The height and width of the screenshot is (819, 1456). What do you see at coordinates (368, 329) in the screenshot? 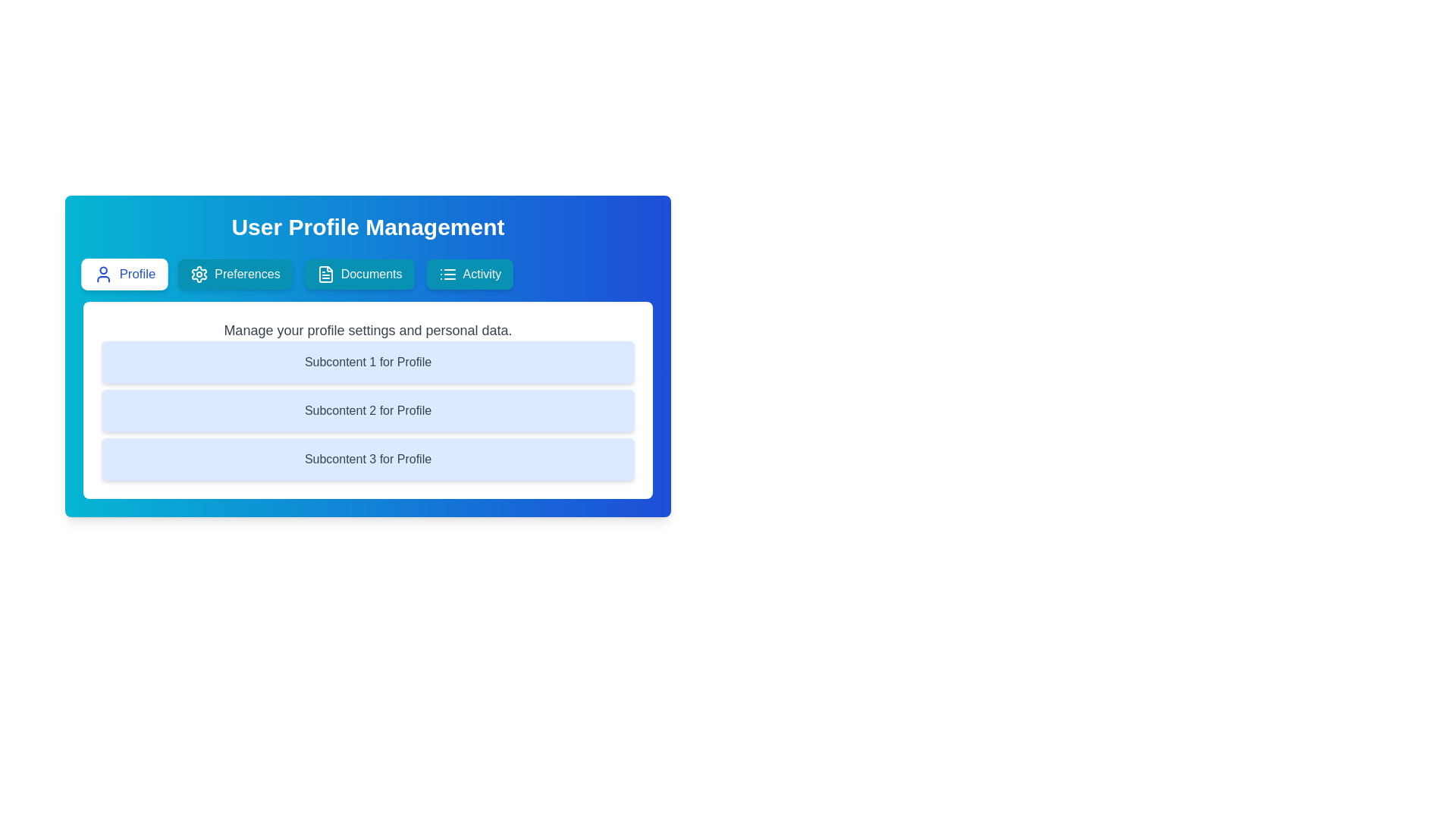
I see `information presented in the text element that states 'Manage your profile settings and personal data.', which is prominently displayed at the top of the user profile section` at bounding box center [368, 329].